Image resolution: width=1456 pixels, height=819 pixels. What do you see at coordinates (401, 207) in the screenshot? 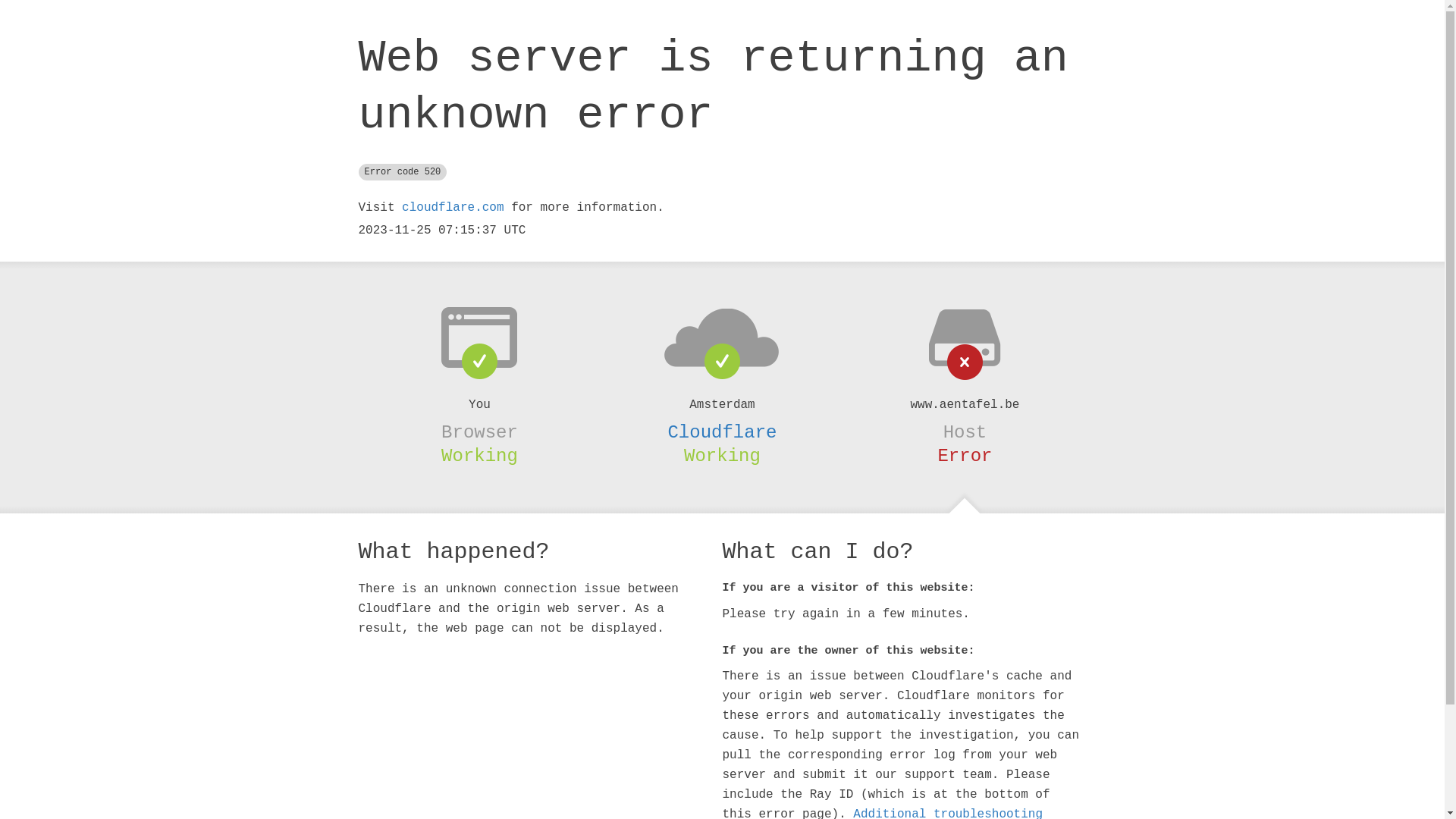
I see `'cloudflare.com'` at bounding box center [401, 207].